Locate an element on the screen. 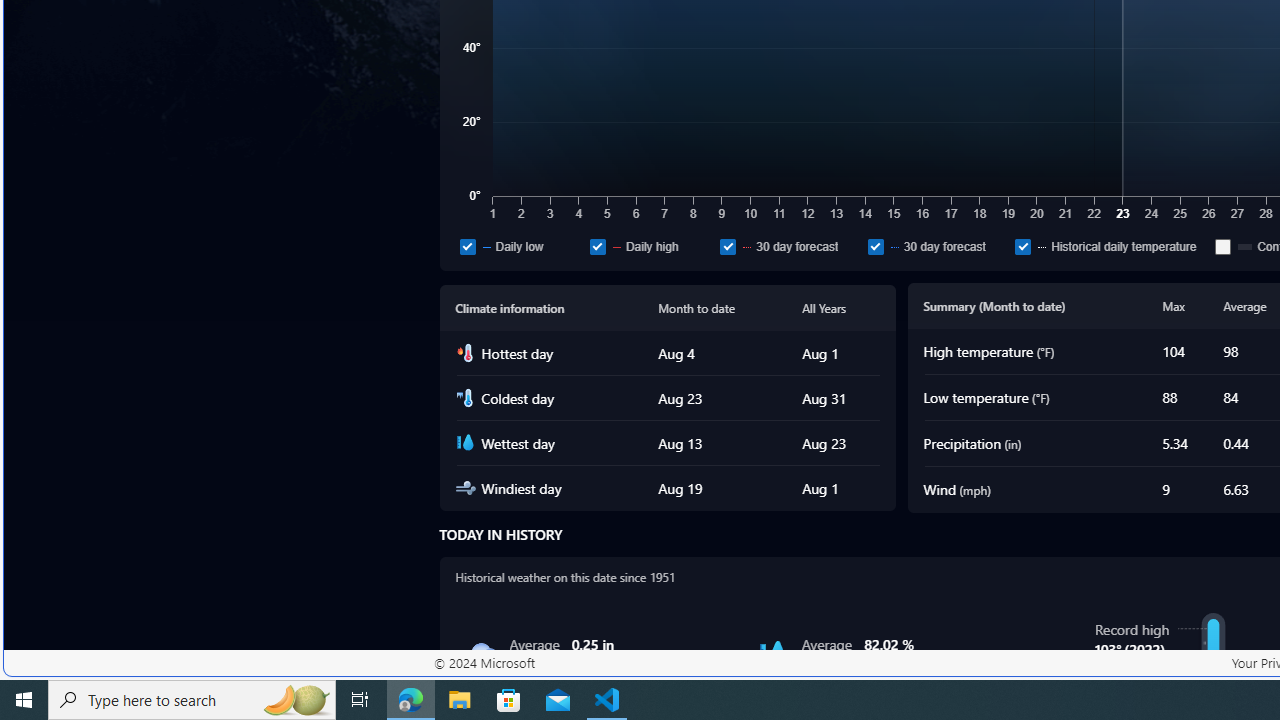  '30 day forecast' is located at coordinates (936, 245).